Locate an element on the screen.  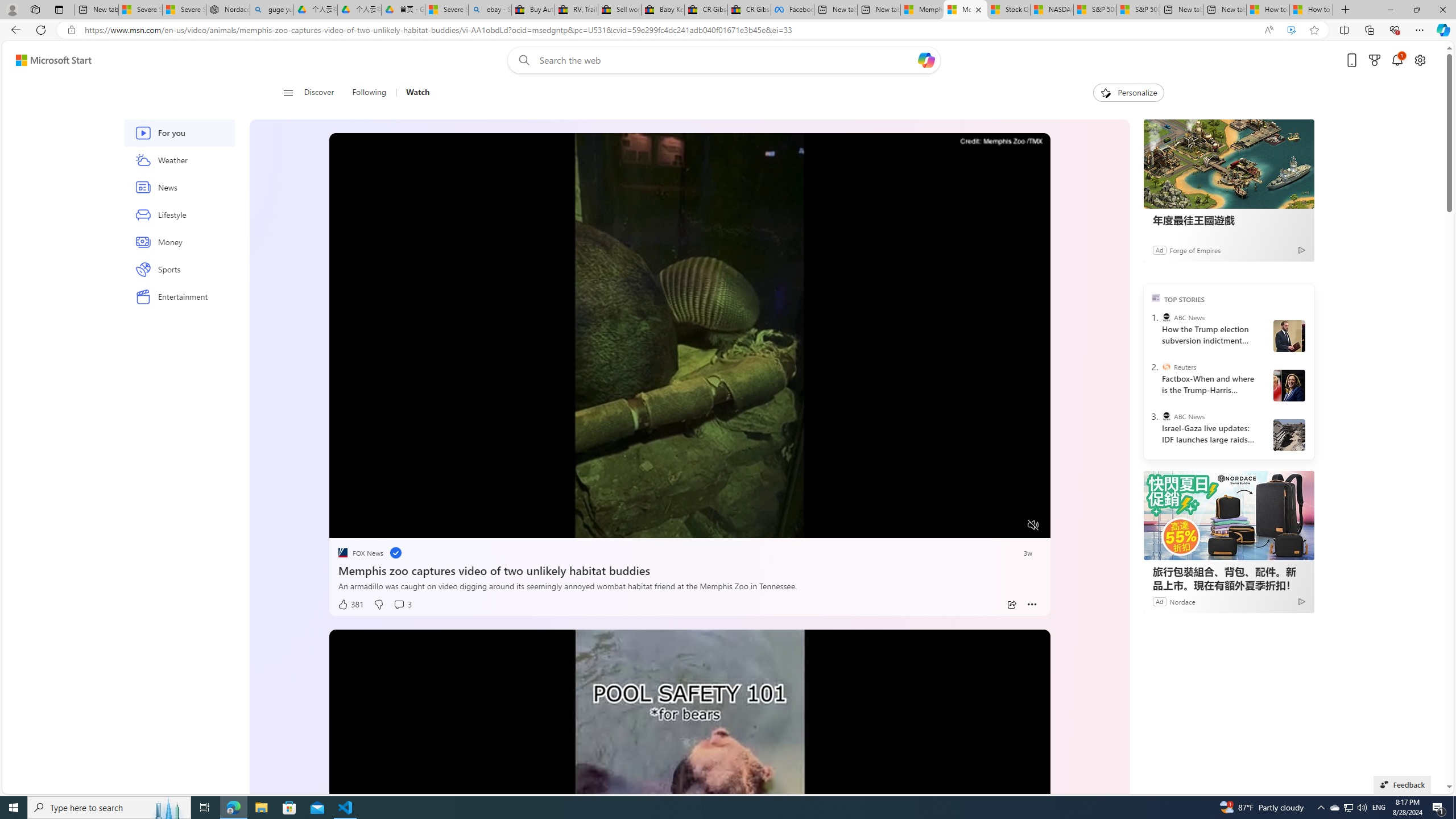
'Open settings' is located at coordinates (1420, 60).